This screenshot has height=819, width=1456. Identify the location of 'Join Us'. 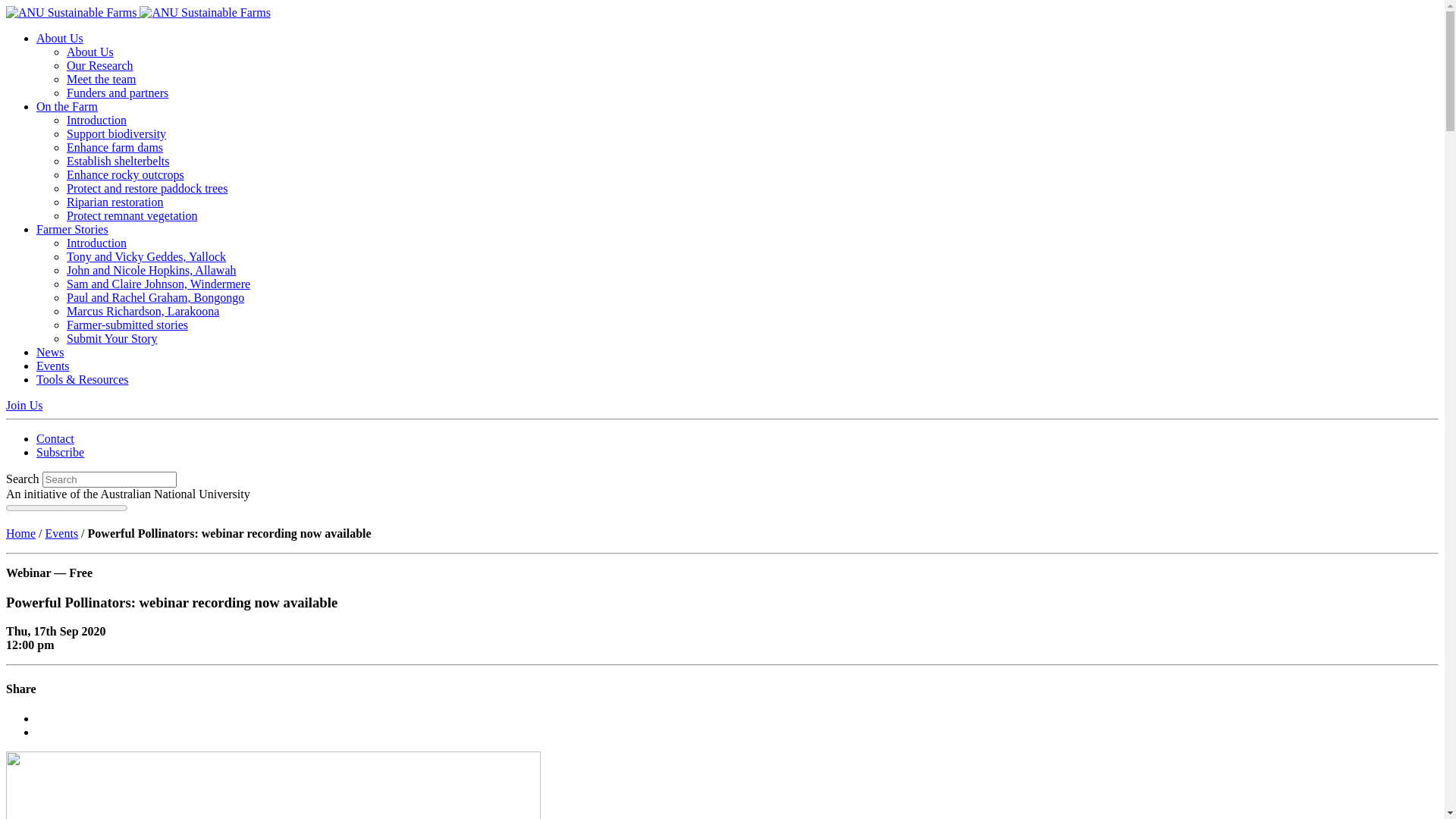
(24, 404).